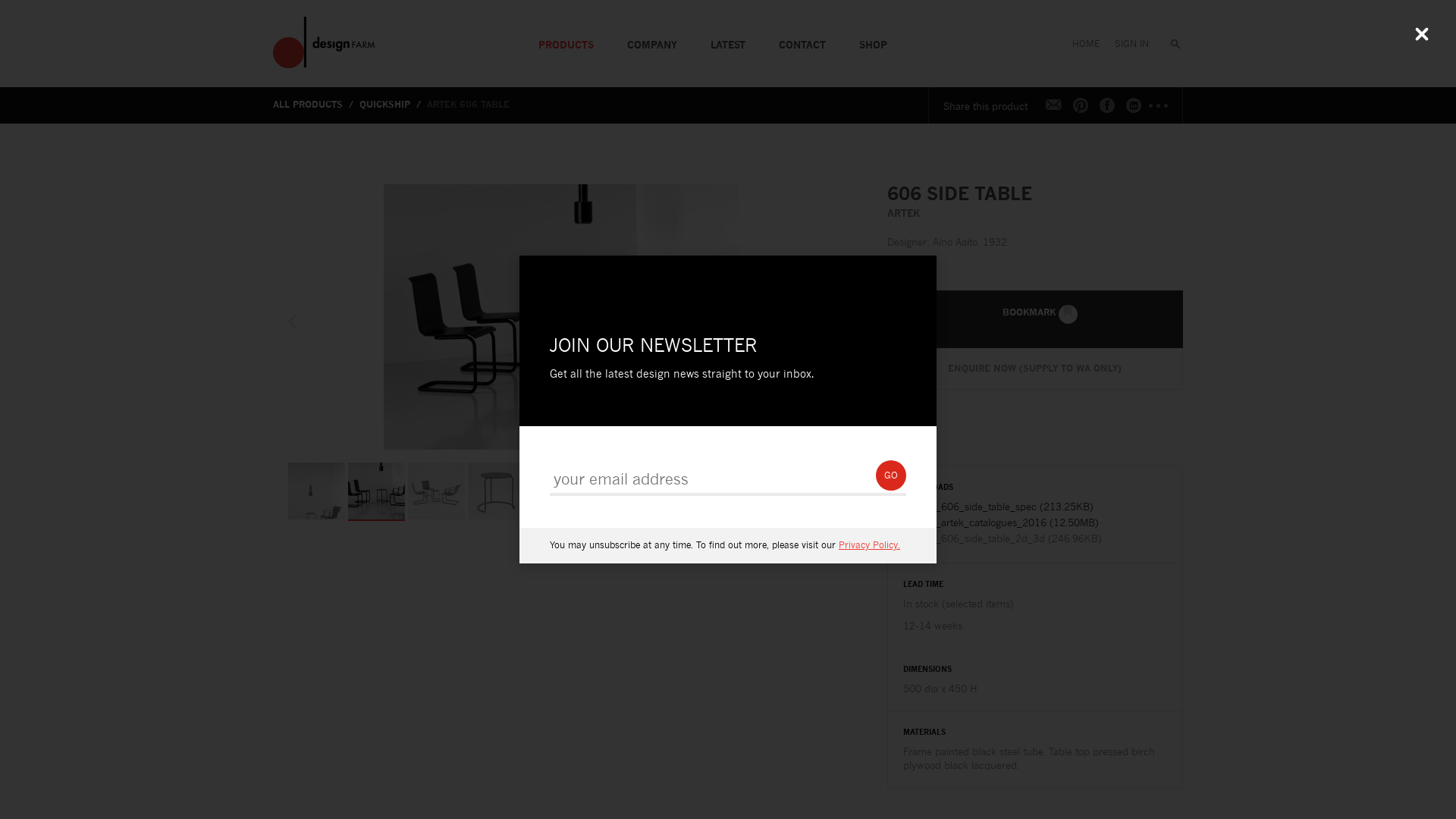 Image resolution: width=1456 pixels, height=819 pixels. What do you see at coordinates (1080, 104) in the screenshot?
I see `'Share this on Pinterest'` at bounding box center [1080, 104].